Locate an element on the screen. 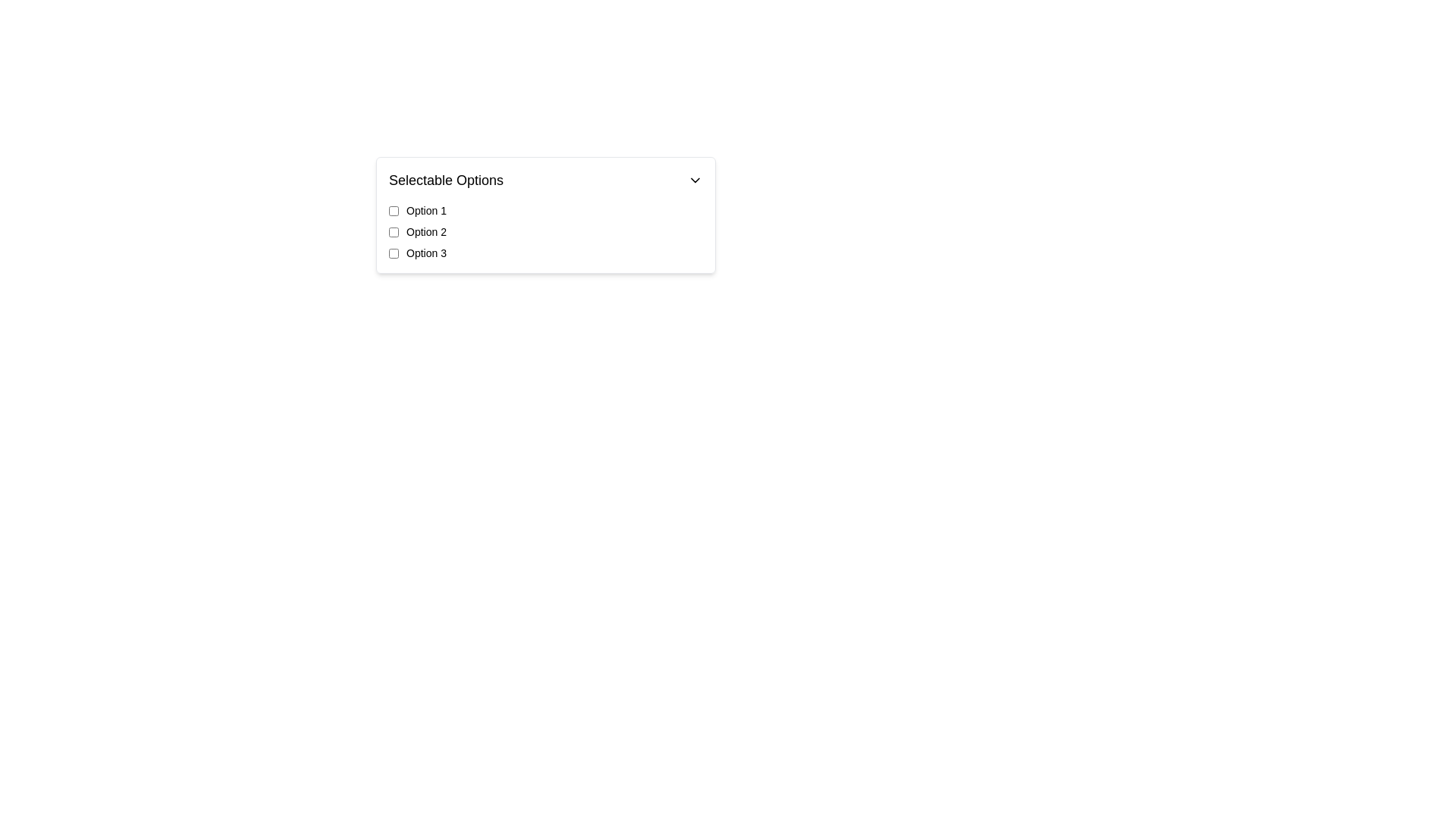 Image resolution: width=1456 pixels, height=819 pixels. the checkbox labeled 'Option 2' is located at coordinates (394, 231).